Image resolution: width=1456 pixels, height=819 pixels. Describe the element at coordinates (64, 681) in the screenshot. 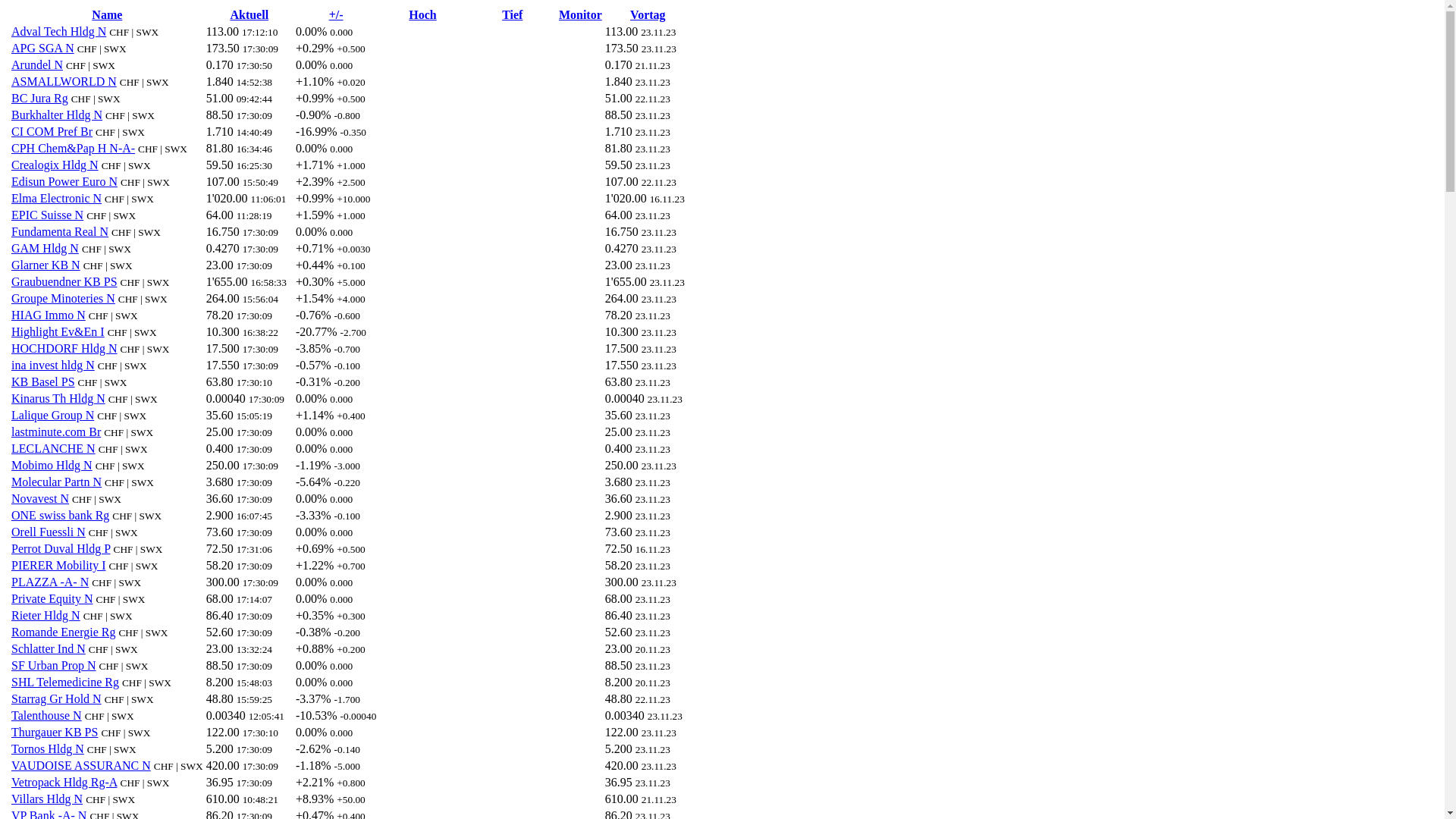

I see `'SHL Telemedicine Rg'` at that location.